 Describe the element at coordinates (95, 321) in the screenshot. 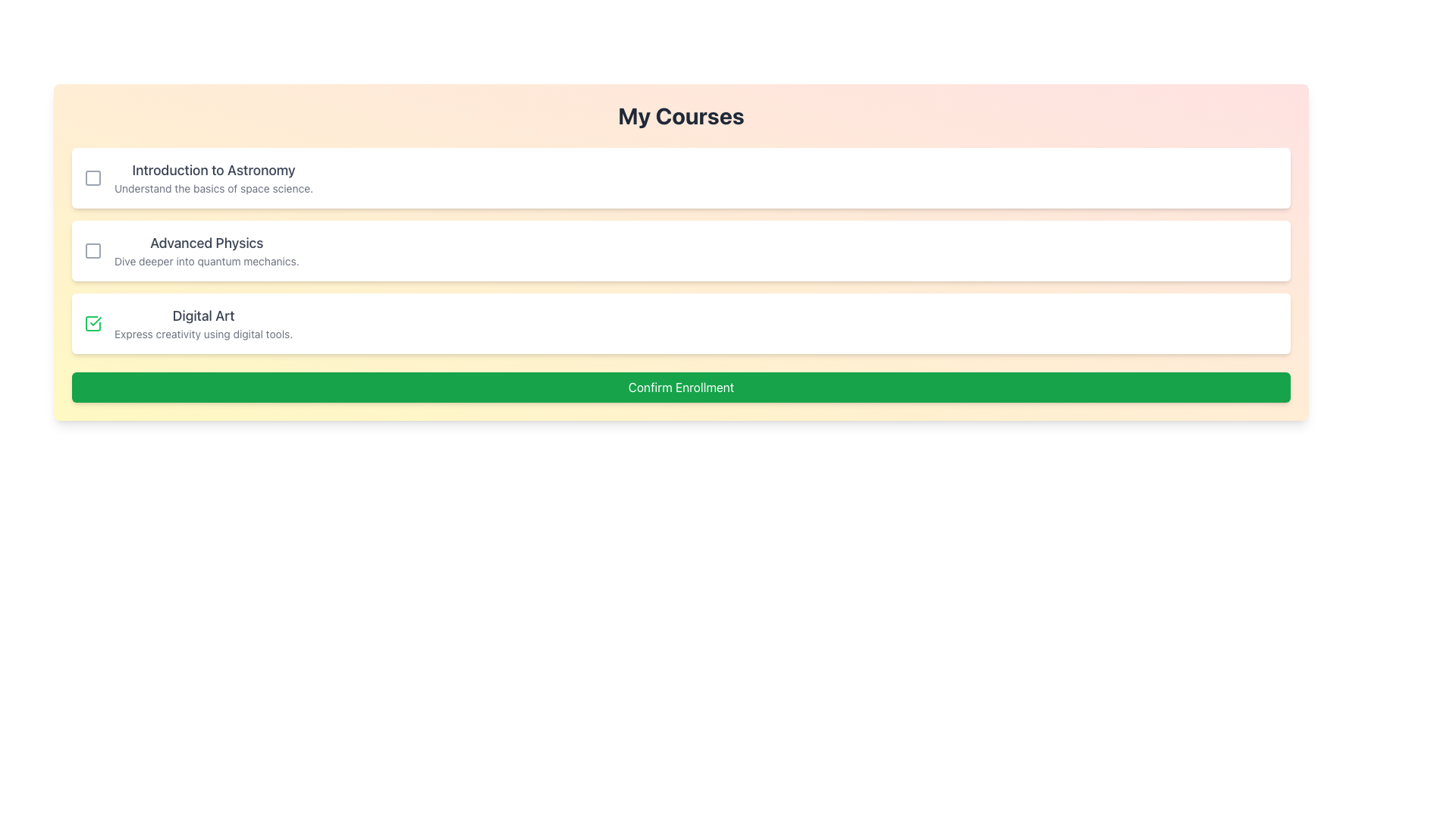

I see `the SVG-based Checkmark icon indicating the selection of the 'Digital Art' course in the third content block` at that location.